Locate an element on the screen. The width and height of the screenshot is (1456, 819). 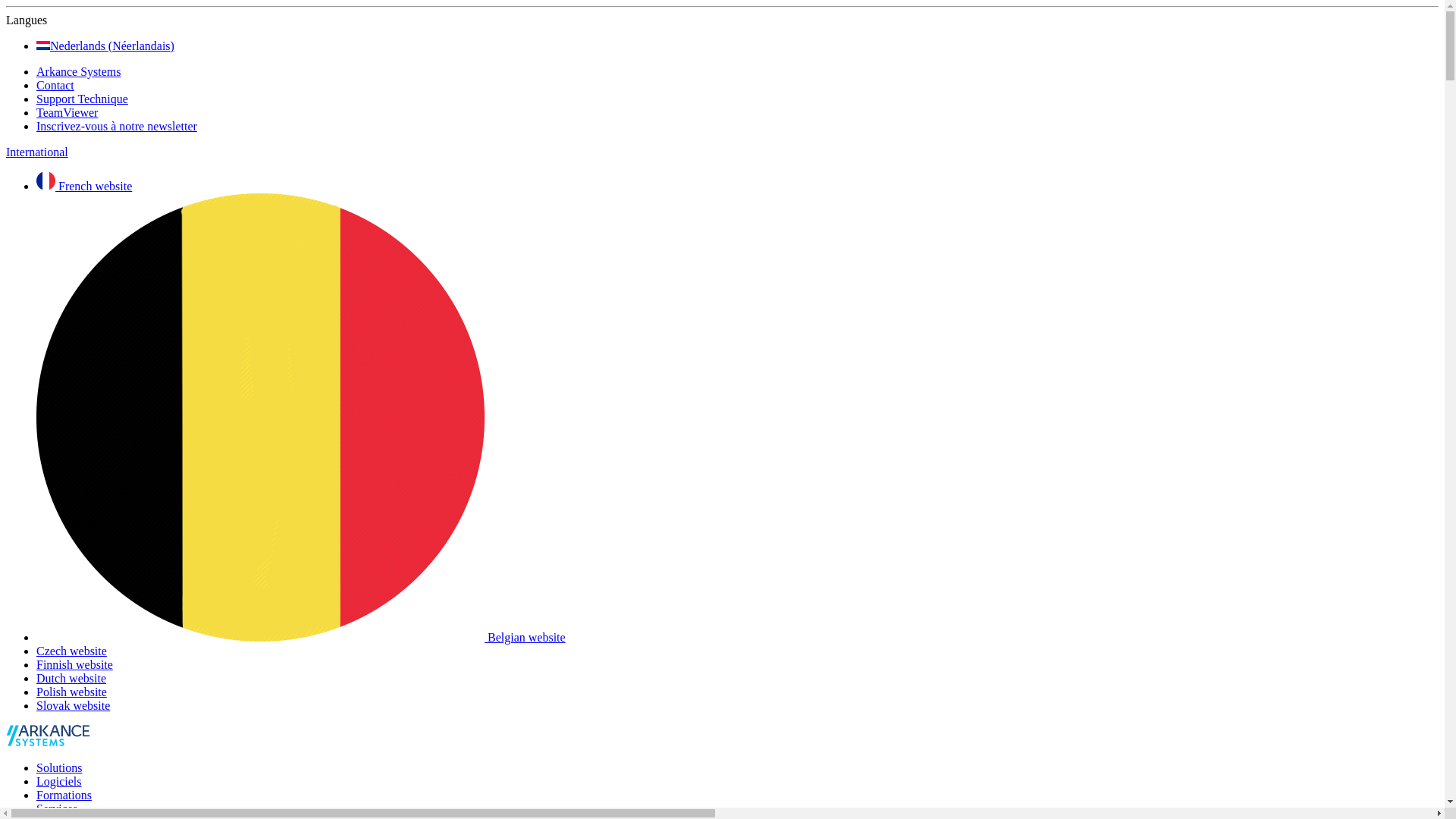
'International' is located at coordinates (6, 152).